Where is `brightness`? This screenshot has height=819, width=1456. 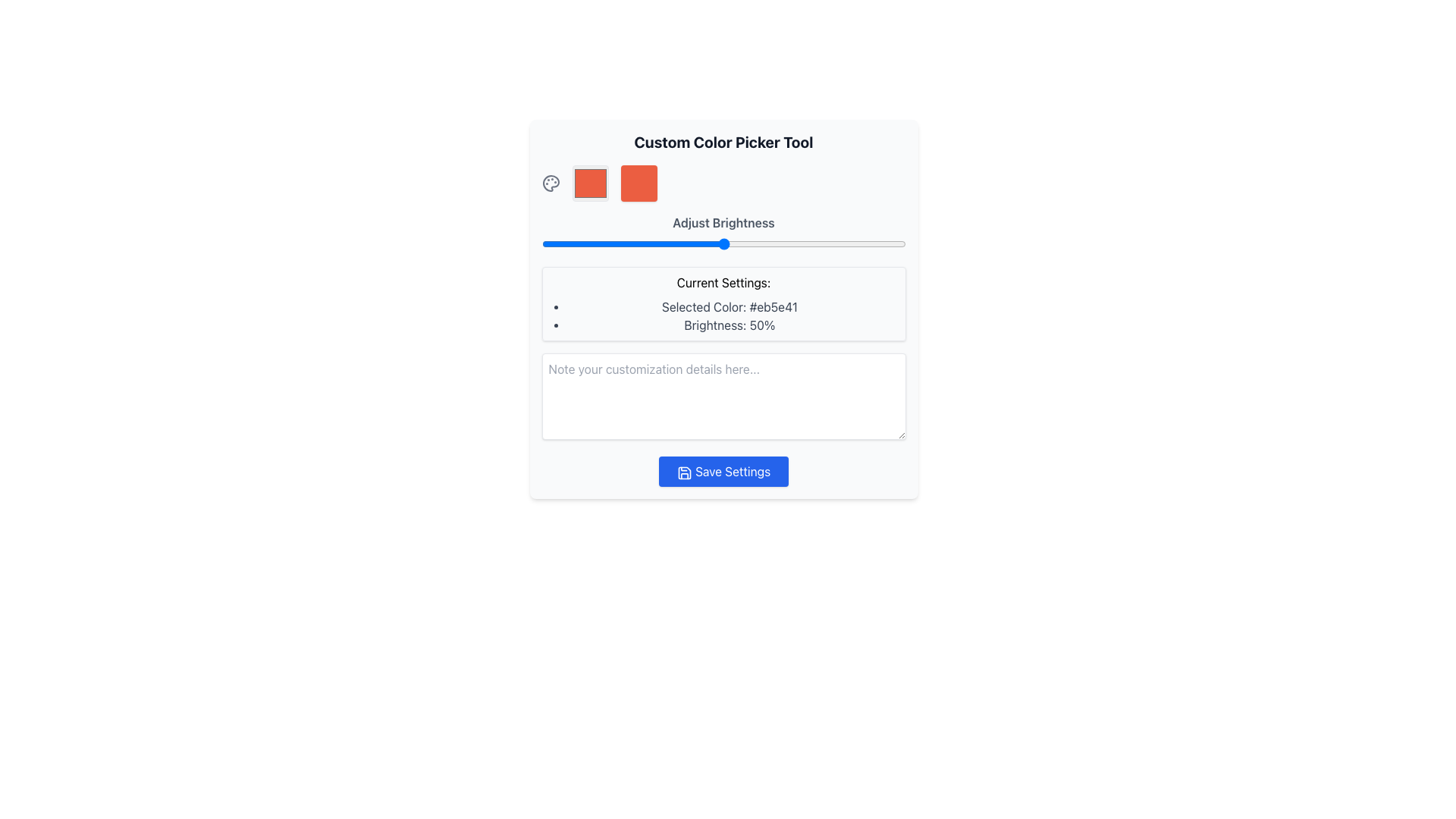
brightness is located at coordinates (603, 243).